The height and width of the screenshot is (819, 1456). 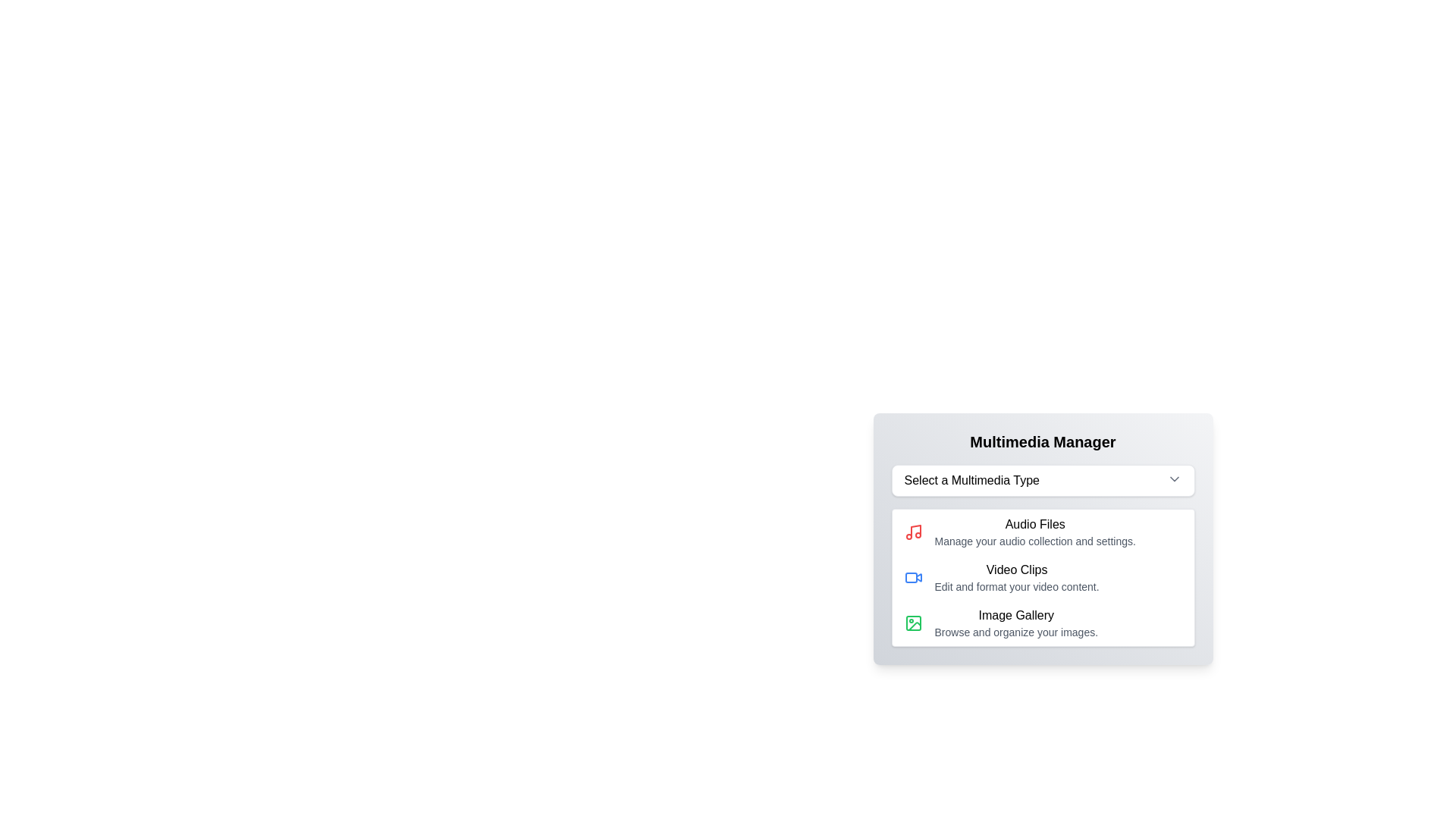 What do you see at coordinates (1034, 540) in the screenshot?
I see `the text label 'Manage your audio collection and settings.' which is styled in gray and appears below the title 'Audio Files' in the 'Multimedia Manager' interface` at bounding box center [1034, 540].